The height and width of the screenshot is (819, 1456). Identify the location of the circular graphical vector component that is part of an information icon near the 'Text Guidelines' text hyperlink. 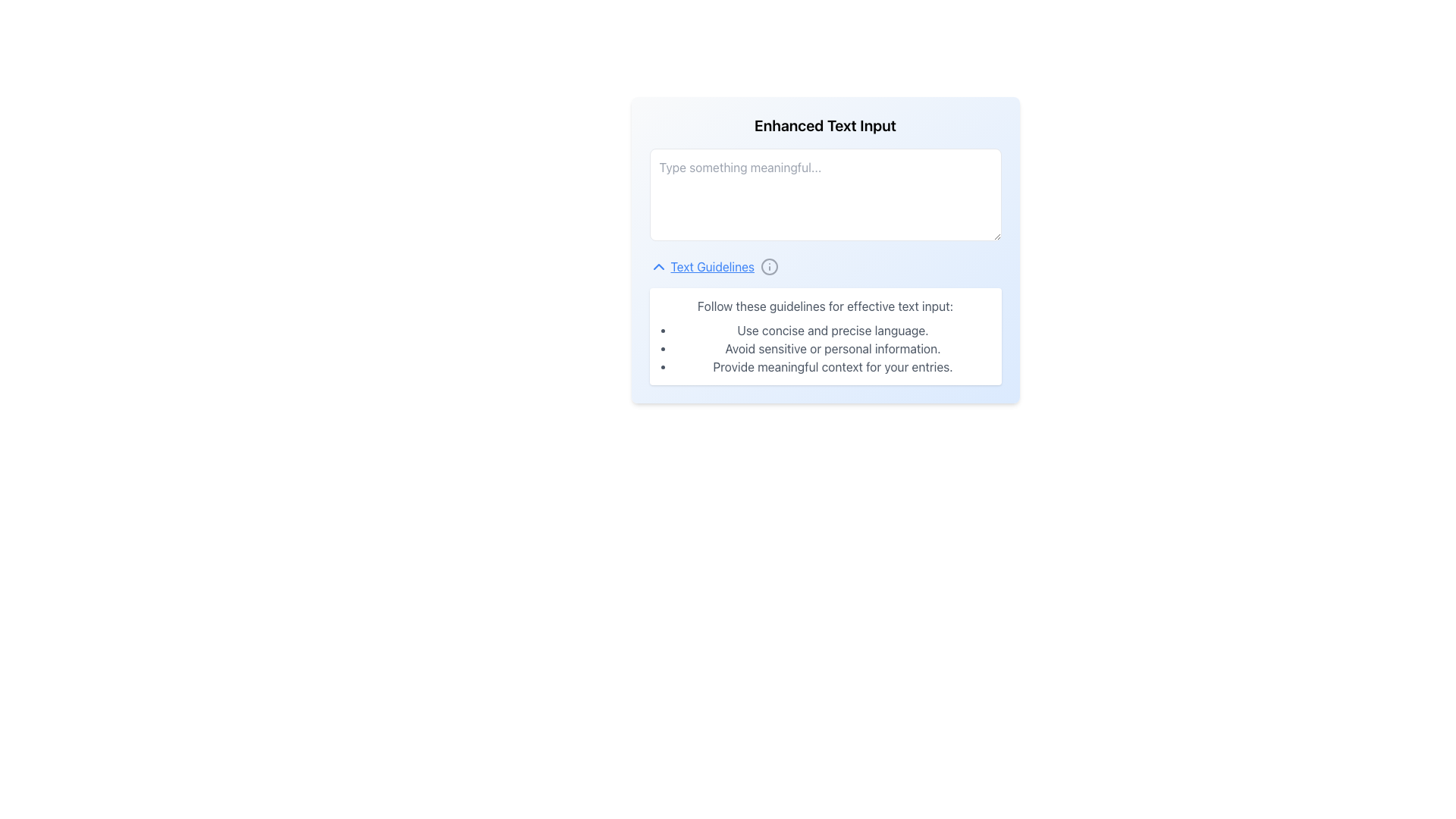
(769, 265).